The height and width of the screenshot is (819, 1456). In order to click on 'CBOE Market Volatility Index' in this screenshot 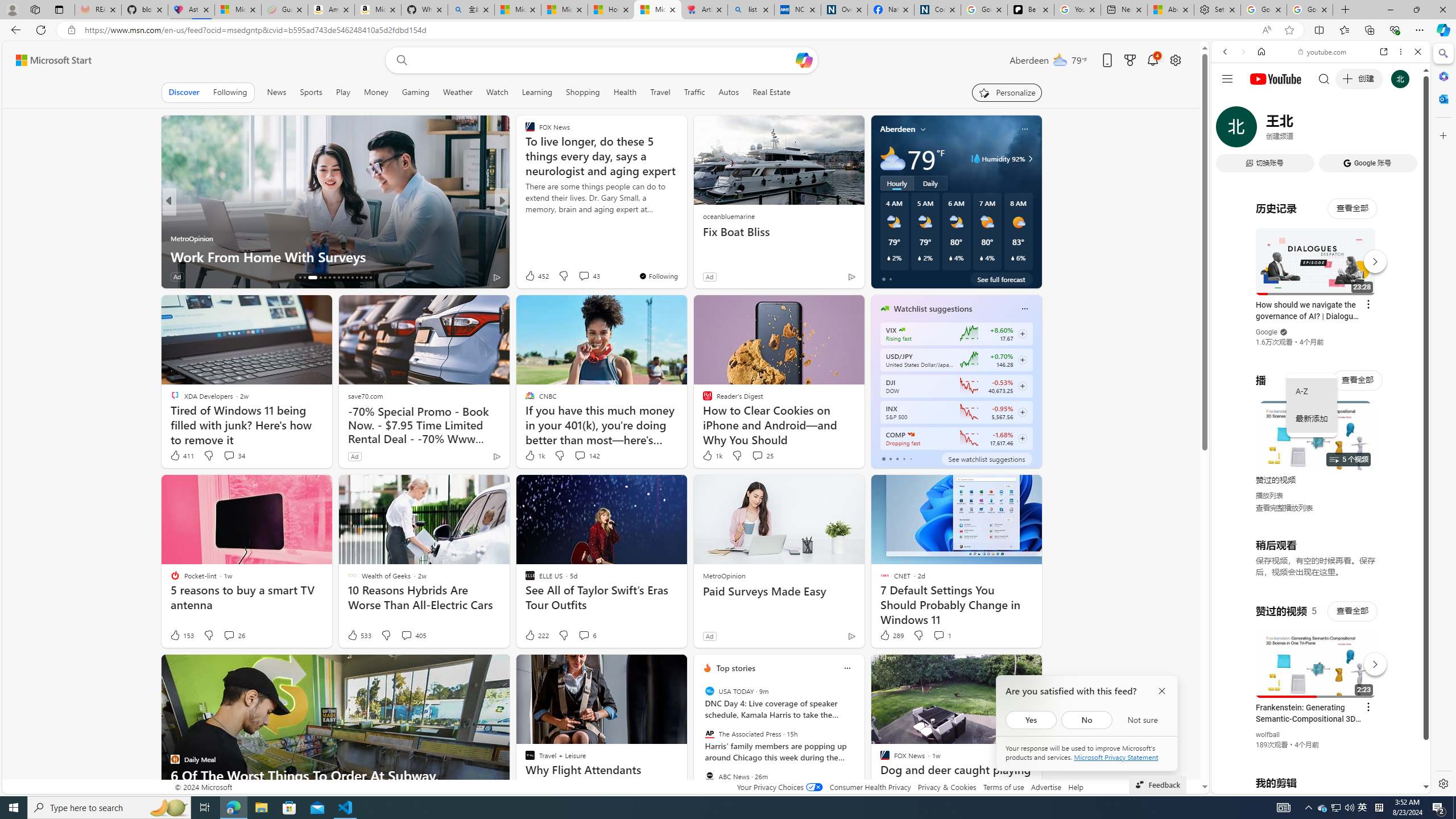, I will do `click(901, 329)`.